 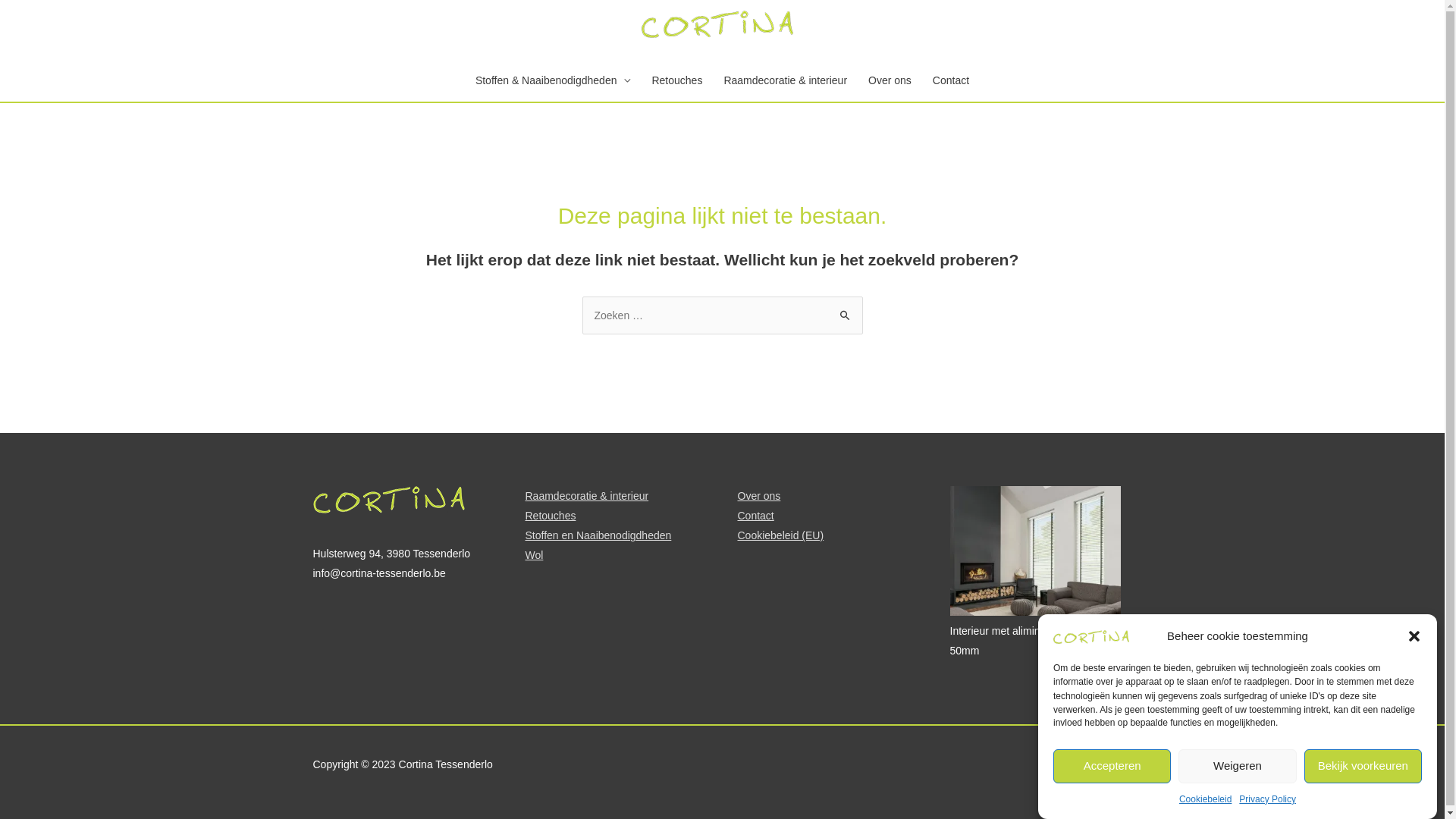 What do you see at coordinates (597, 534) in the screenshot?
I see `'Stoffen en Naaibenodigdheden'` at bounding box center [597, 534].